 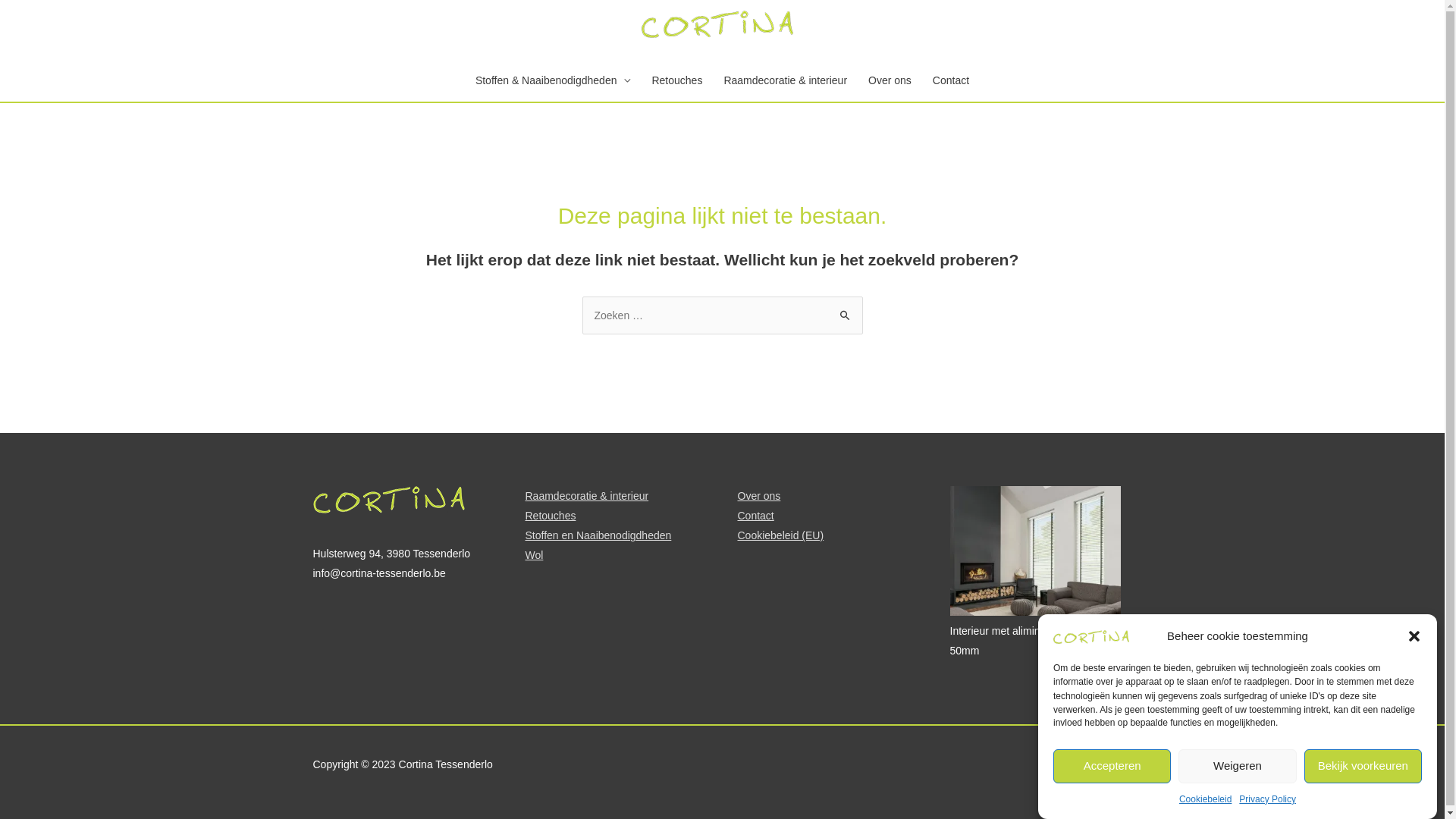 What do you see at coordinates (597, 534) in the screenshot?
I see `'Stoffen en Naaibenodigdheden'` at bounding box center [597, 534].